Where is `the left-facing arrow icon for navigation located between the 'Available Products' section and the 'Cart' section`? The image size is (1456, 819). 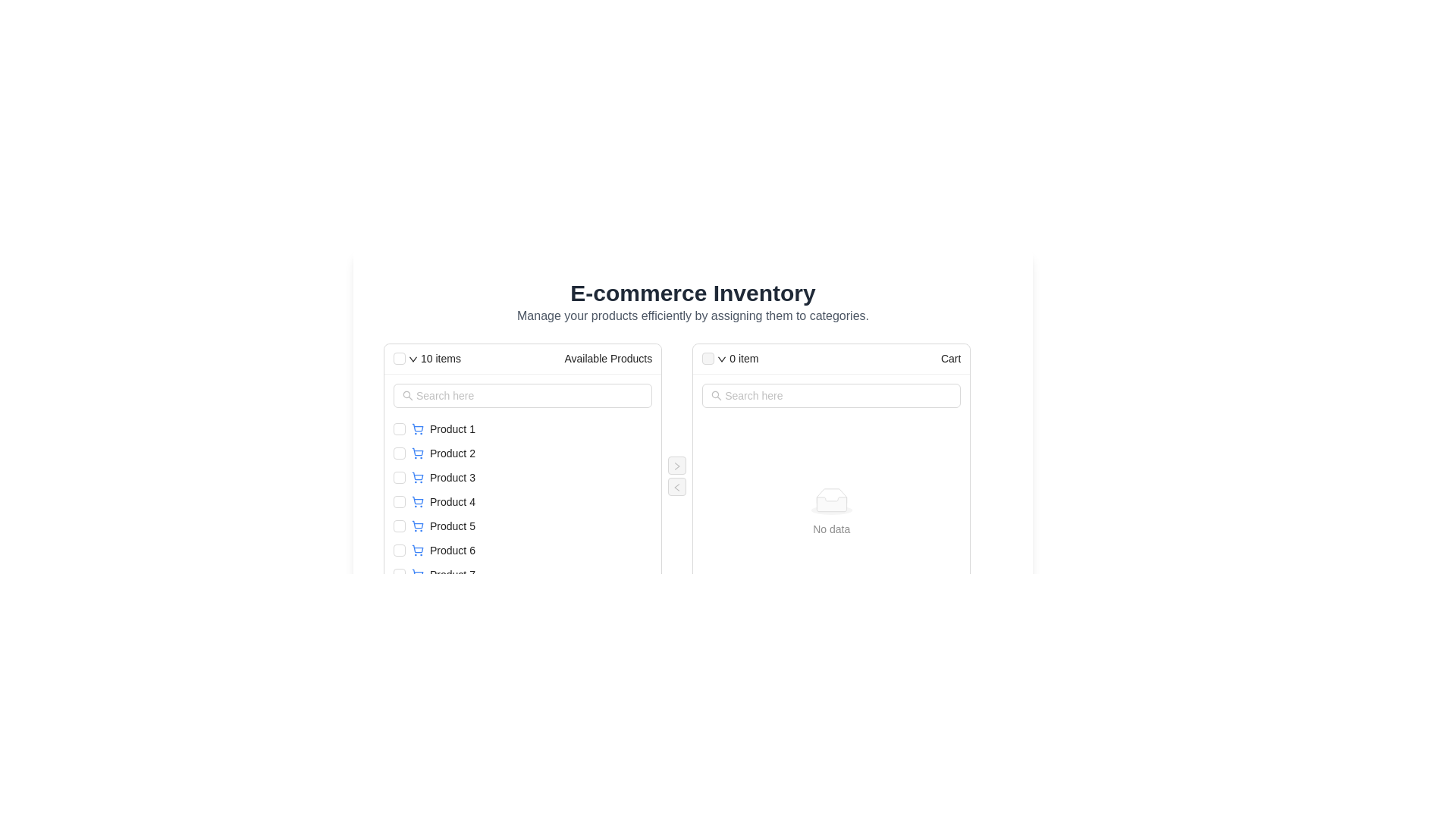
the left-facing arrow icon for navigation located between the 'Available Products' section and the 'Cart' section is located at coordinates (676, 487).